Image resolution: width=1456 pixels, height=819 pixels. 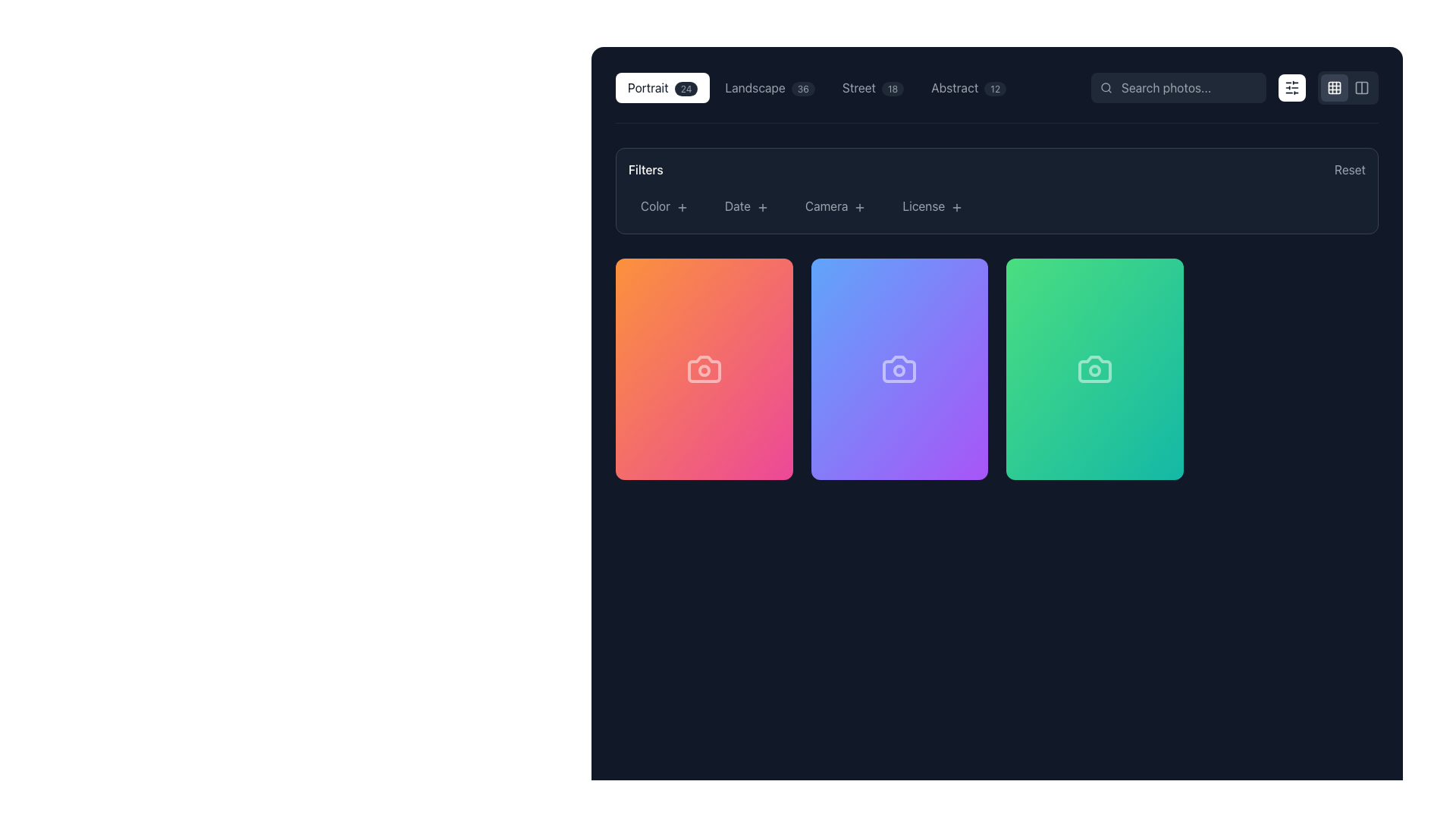 What do you see at coordinates (1094, 283) in the screenshot?
I see `the decorative element located at the topmost section of the rightmost green card, which serves as a structural part for grouping components` at bounding box center [1094, 283].